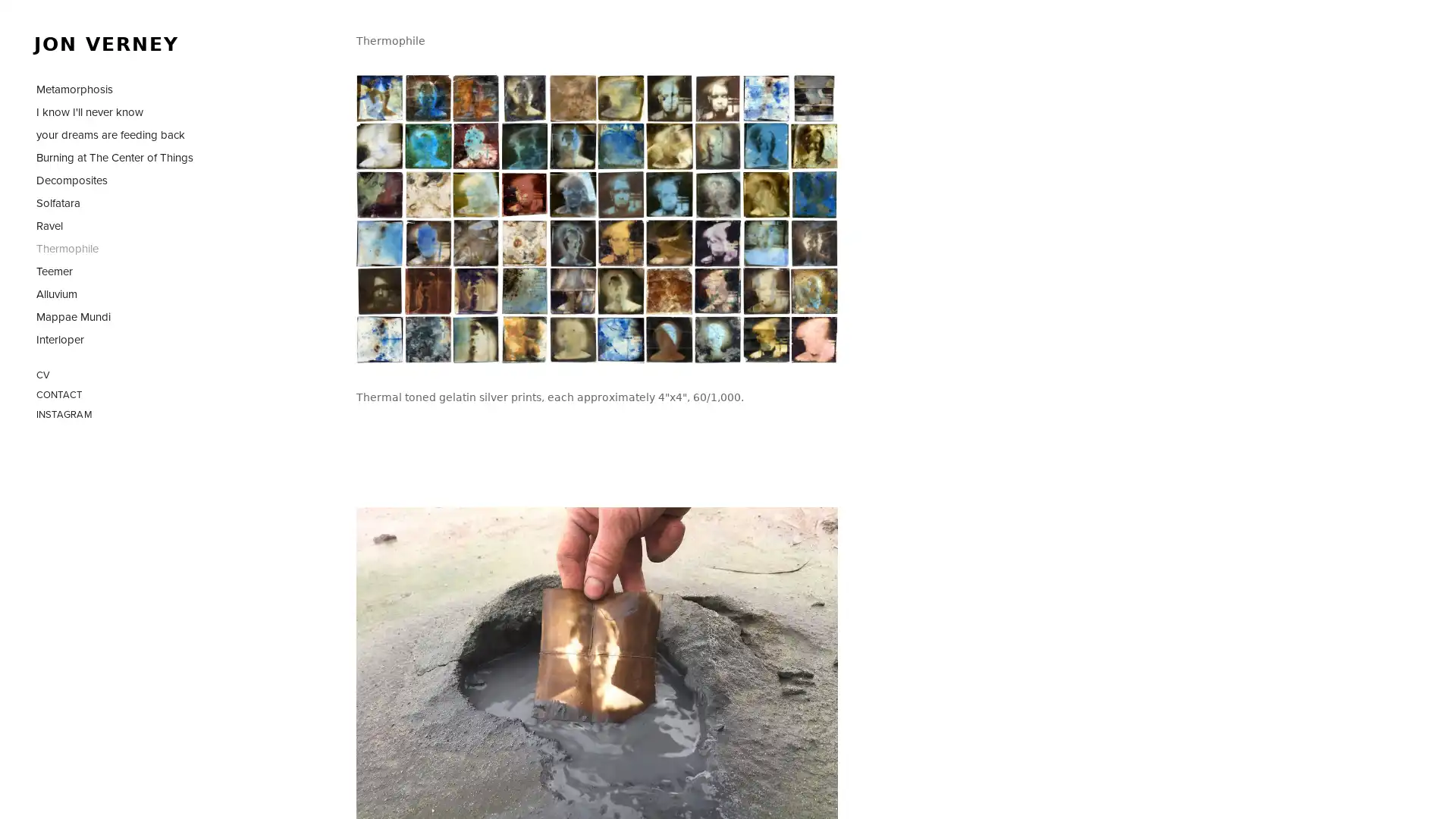  Describe the element at coordinates (379, 97) in the screenshot. I see `View fullsize jon_verney_thermophile_2.jpg` at that location.